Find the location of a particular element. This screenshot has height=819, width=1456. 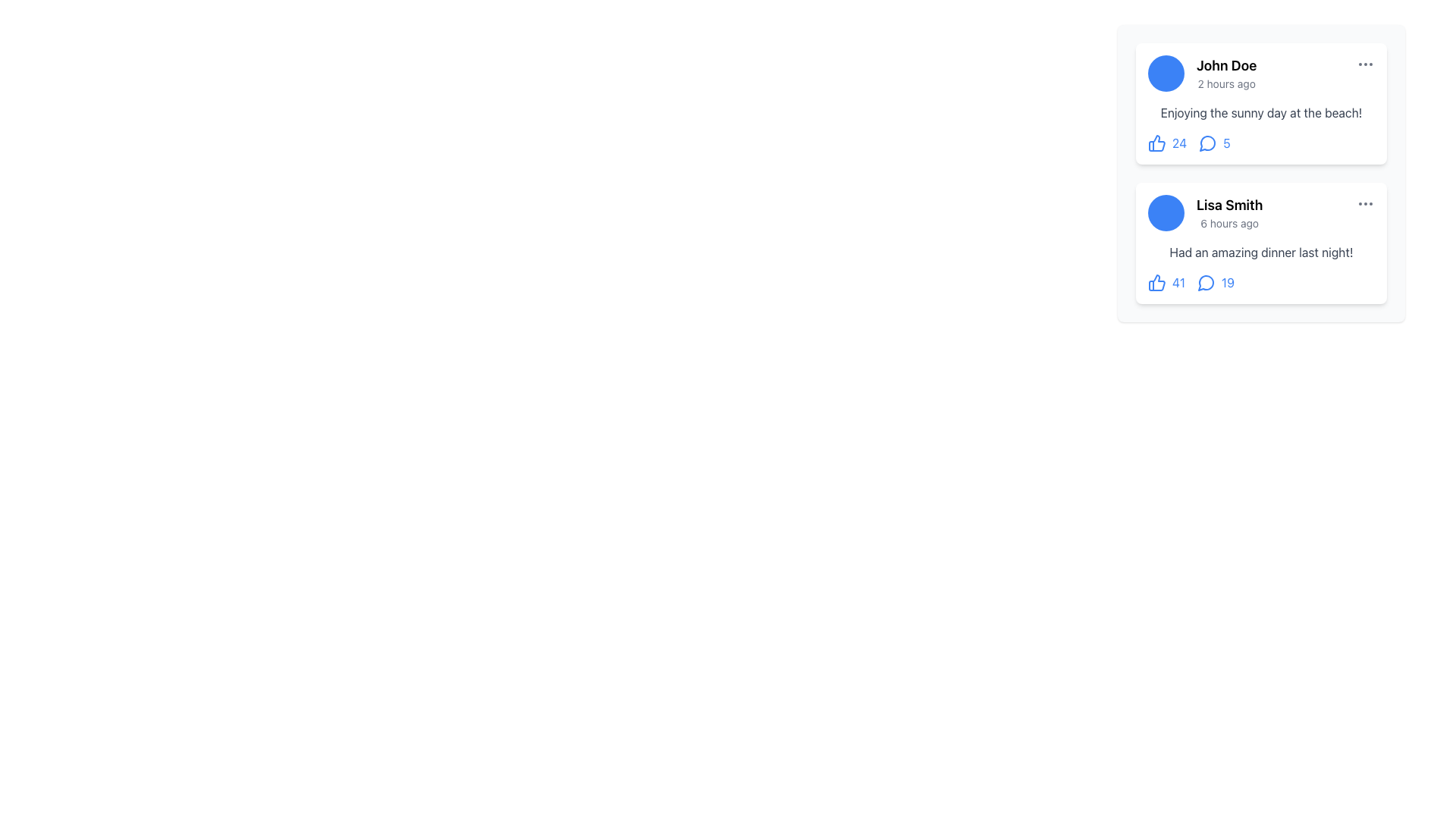

the interactive button representing a 'like' action for keyboard navigation is located at coordinates (1166, 283).